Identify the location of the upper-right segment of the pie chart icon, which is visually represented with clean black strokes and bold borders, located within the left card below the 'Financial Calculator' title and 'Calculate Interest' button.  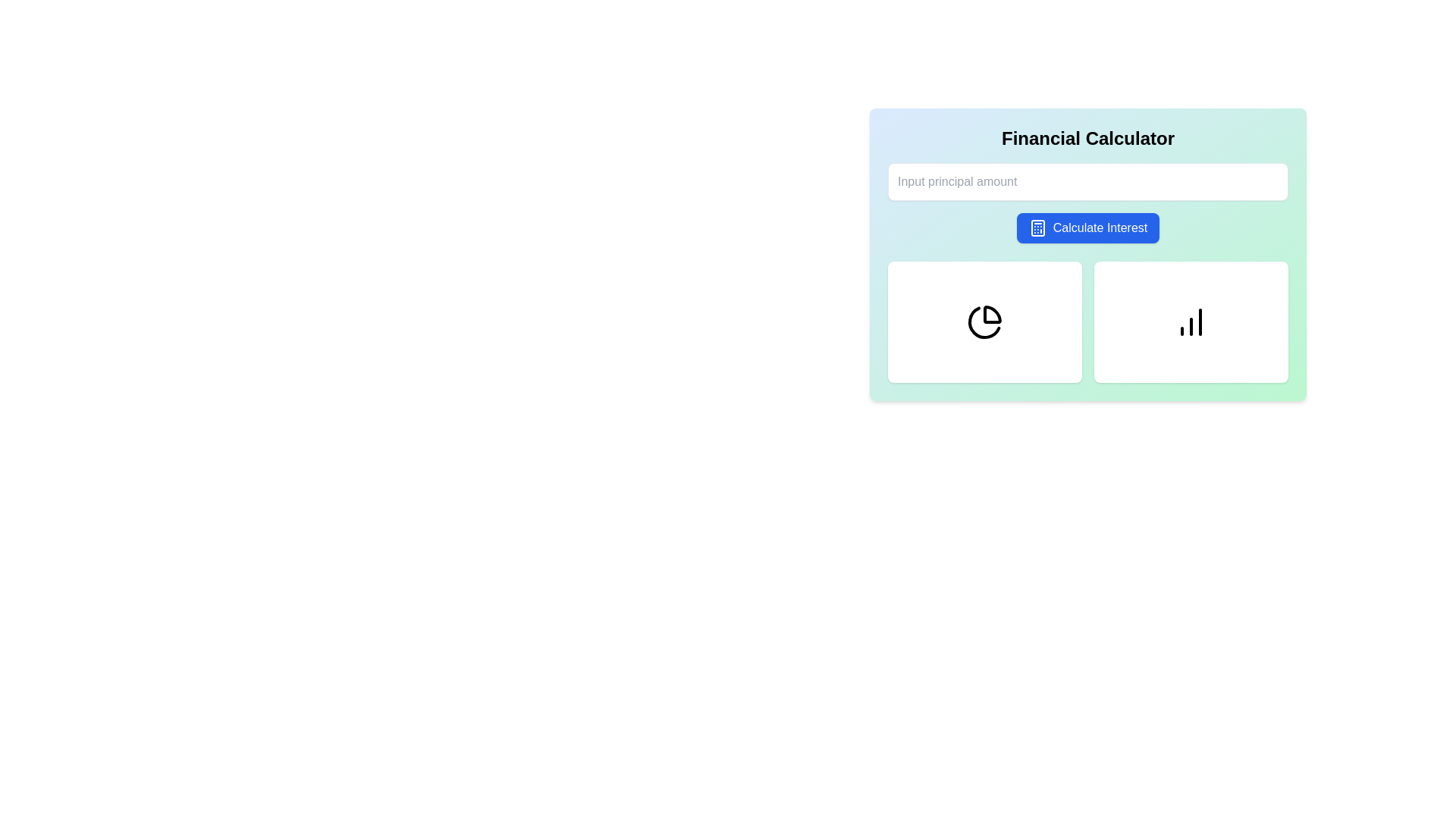
(992, 314).